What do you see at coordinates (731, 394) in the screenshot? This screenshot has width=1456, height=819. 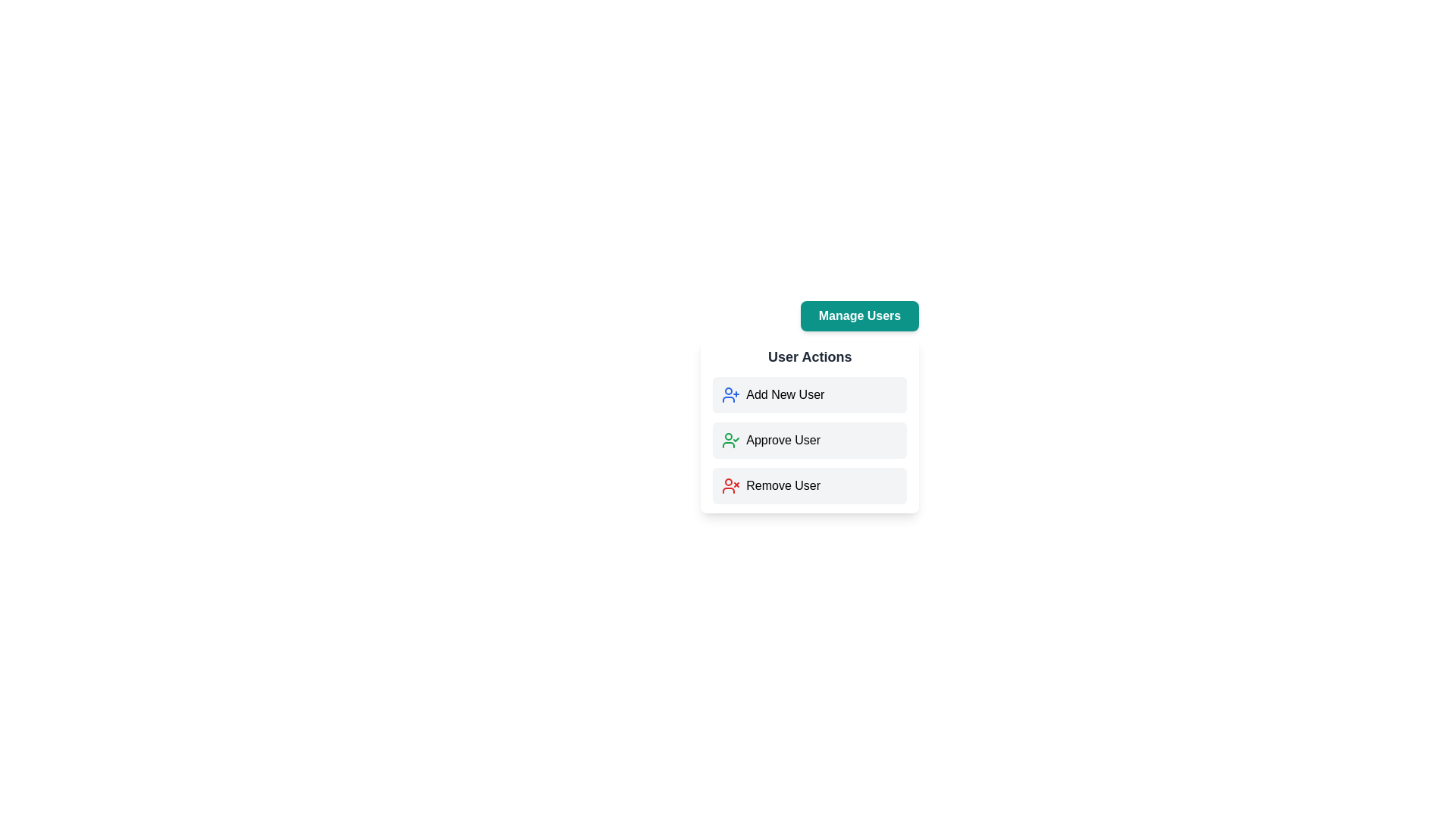 I see `the icon that visually complements the 'Add New User' button, indicating its purpose to add a new user` at bounding box center [731, 394].